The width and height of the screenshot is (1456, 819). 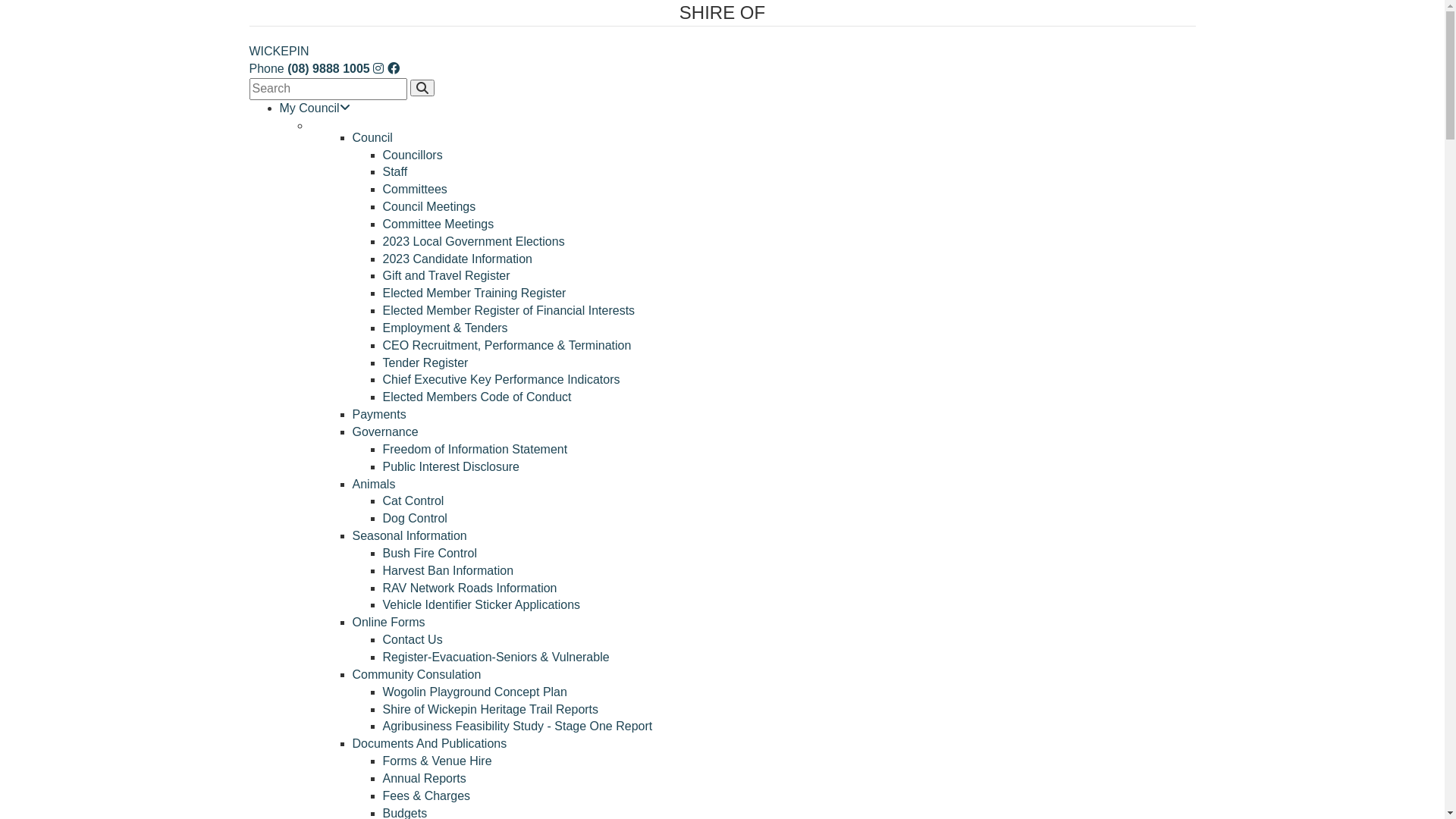 I want to click on 'Bush Fire Control', so click(x=428, y=553).